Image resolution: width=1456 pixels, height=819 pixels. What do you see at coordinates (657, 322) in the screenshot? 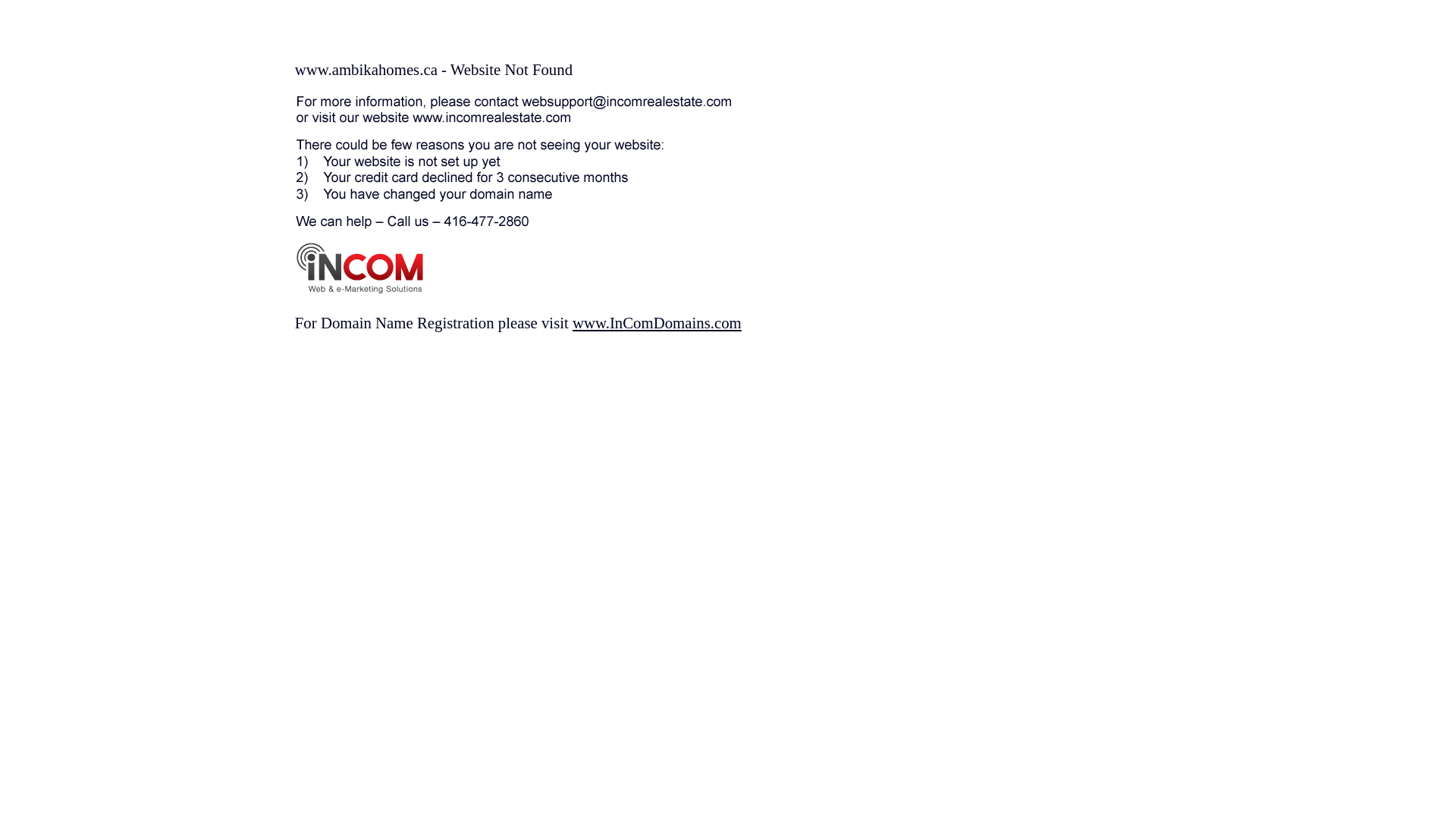
I see `'www.InComDomains.com'` at bounding box center [657, 322].